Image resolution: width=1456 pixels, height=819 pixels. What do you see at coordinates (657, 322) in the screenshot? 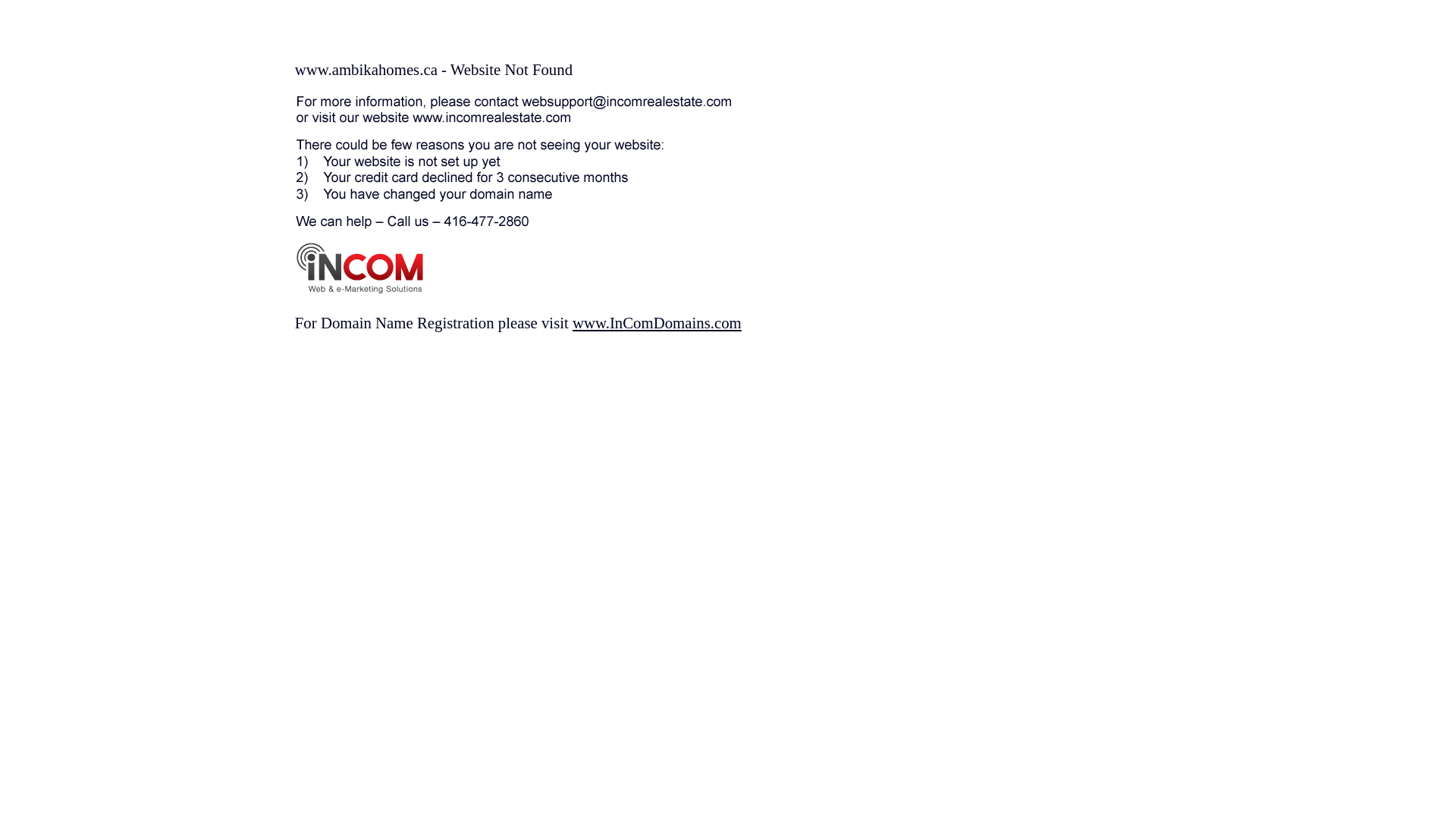
I see `'www.InComDomains.com'` at bounding box center [657, 322].